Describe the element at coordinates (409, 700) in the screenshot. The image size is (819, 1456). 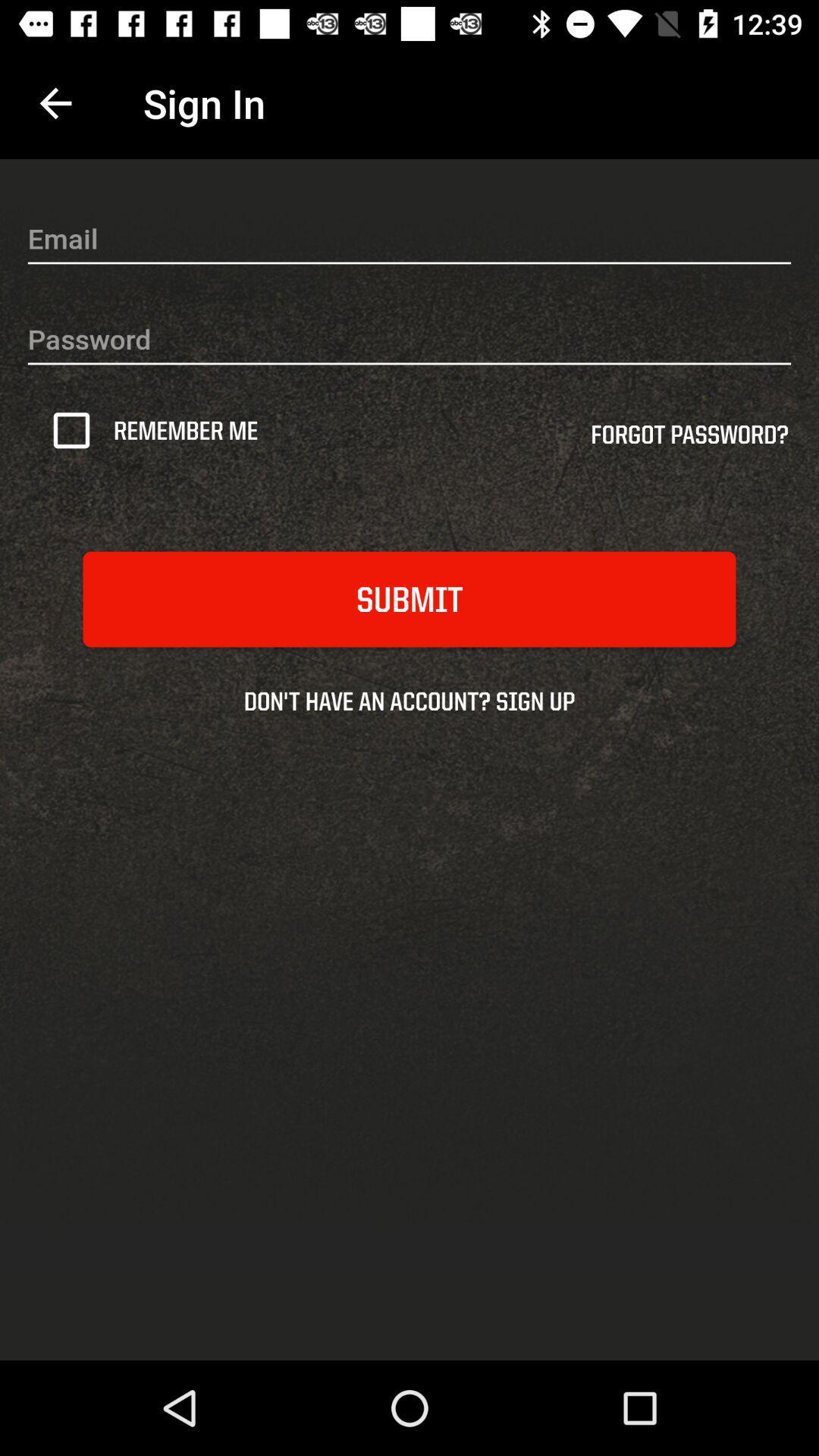
I see `don t have item` at that location.